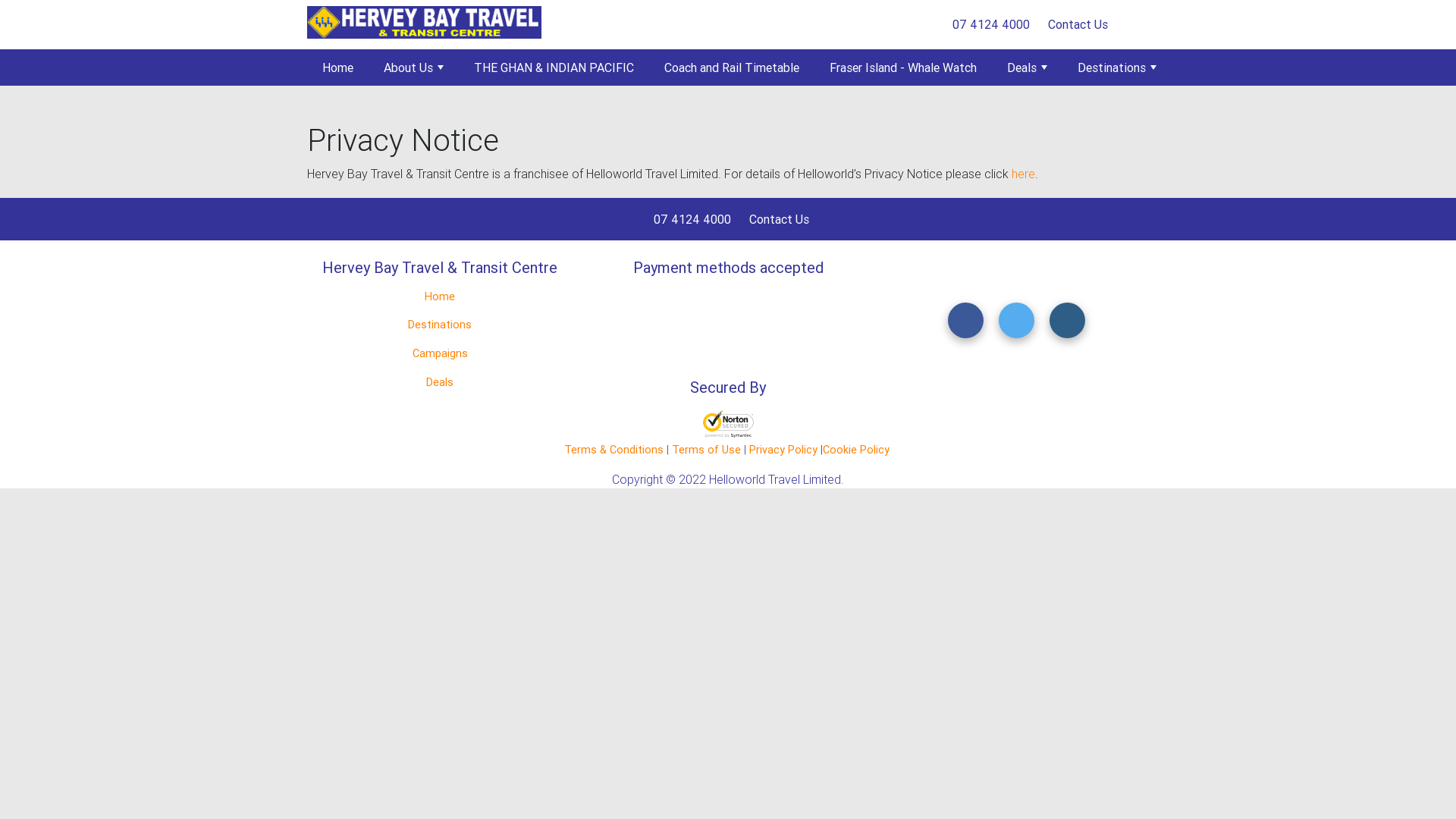 The image size is (1456, 819). Describe the element at coordinates (615, 449) in the screenshot. I see `'Terms & Conditions'` at that location.